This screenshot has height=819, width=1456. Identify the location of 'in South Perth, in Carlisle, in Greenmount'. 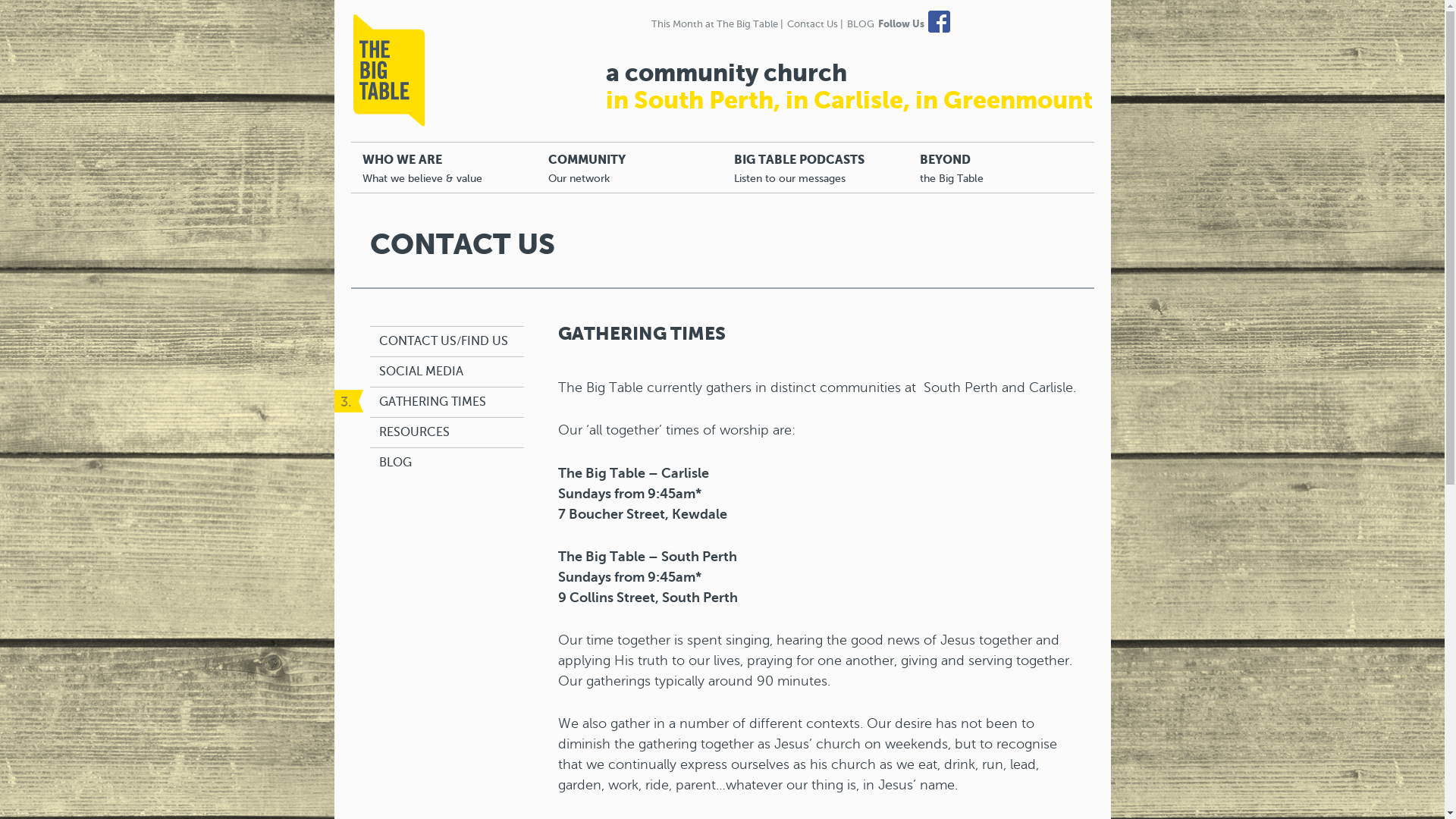
(847, 99).